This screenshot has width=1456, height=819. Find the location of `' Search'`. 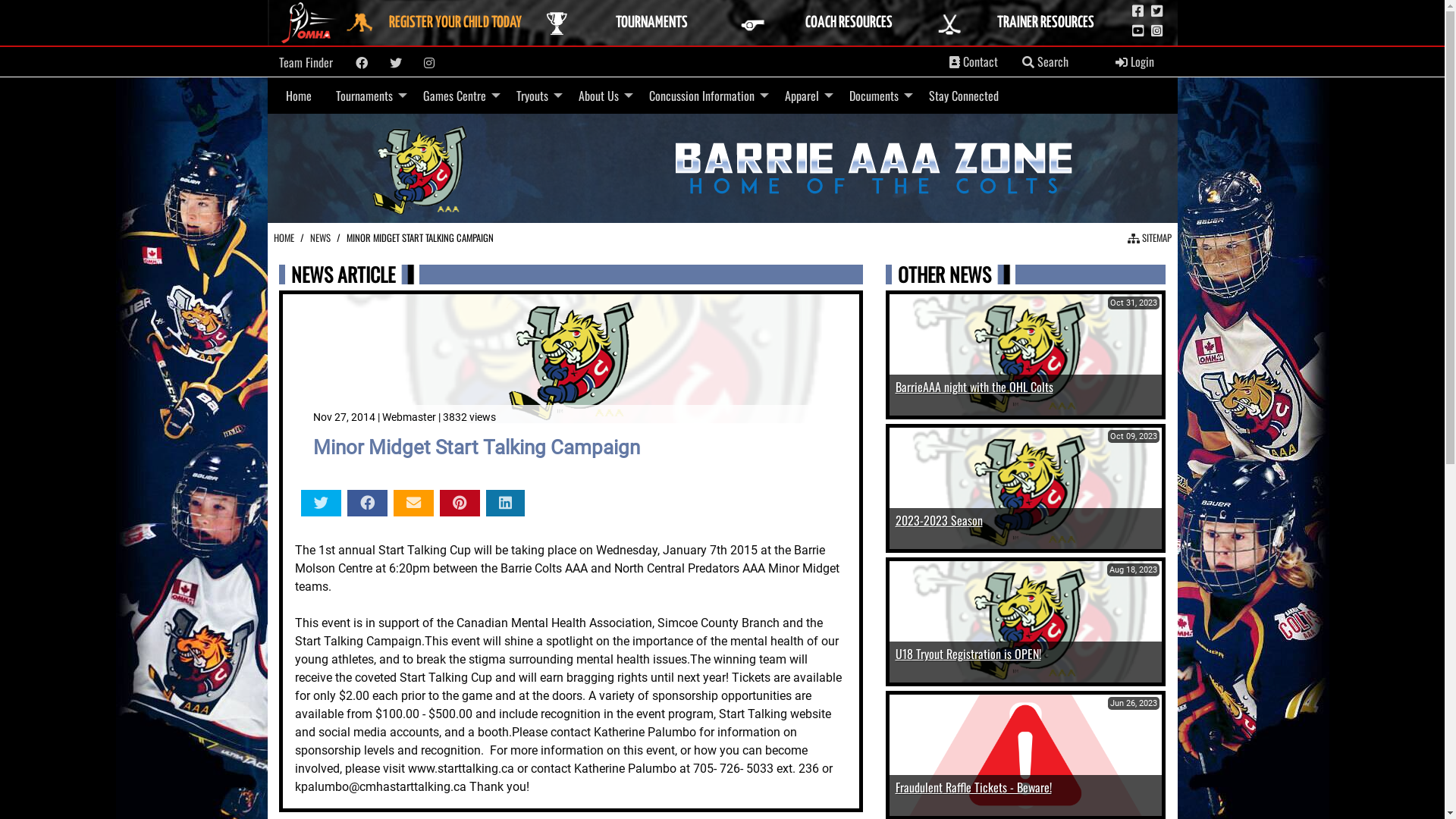

' Search' is located at coordinates (1044, 61).